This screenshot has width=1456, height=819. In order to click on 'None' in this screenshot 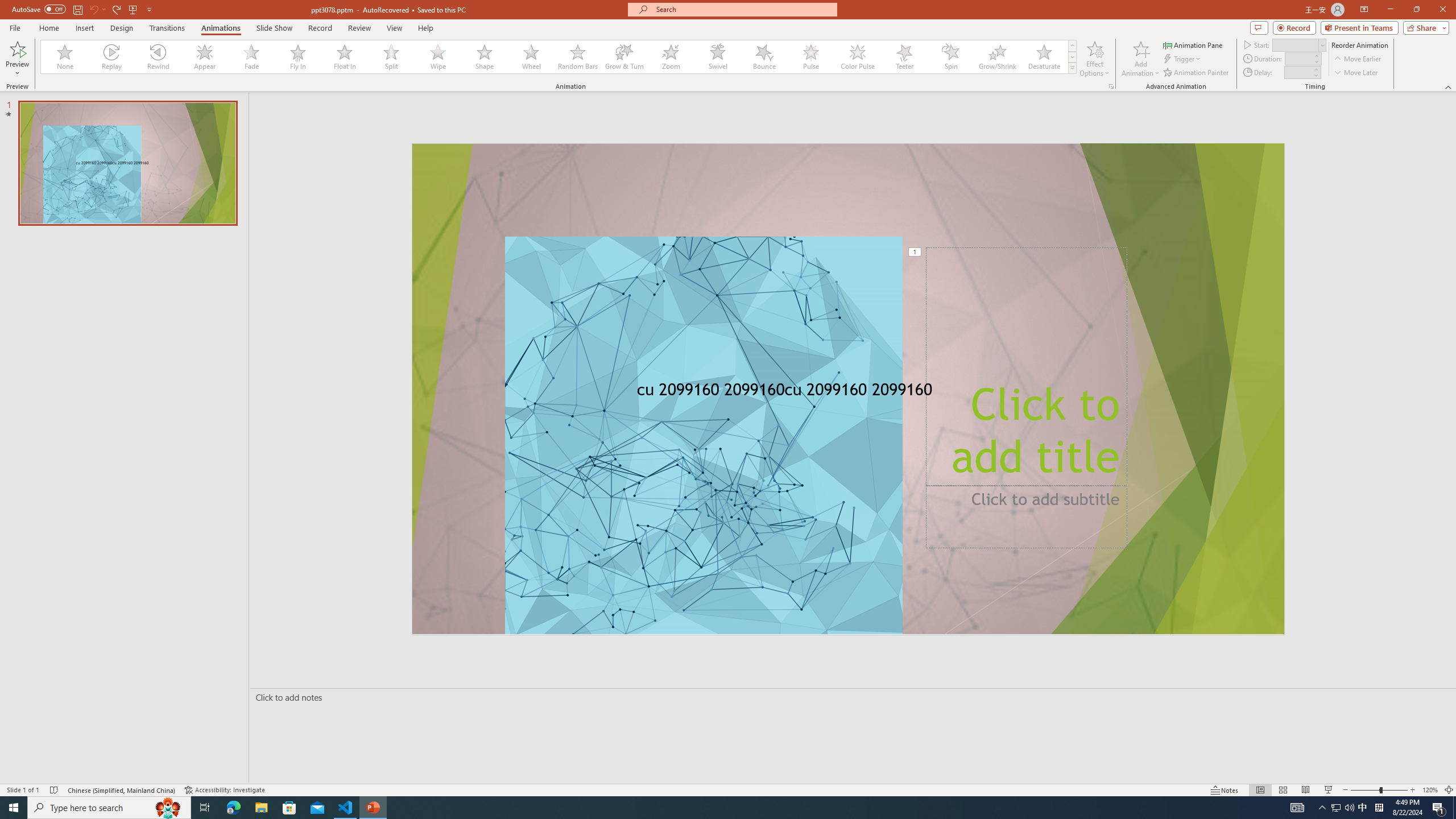, I will do `click(65, 56)`.